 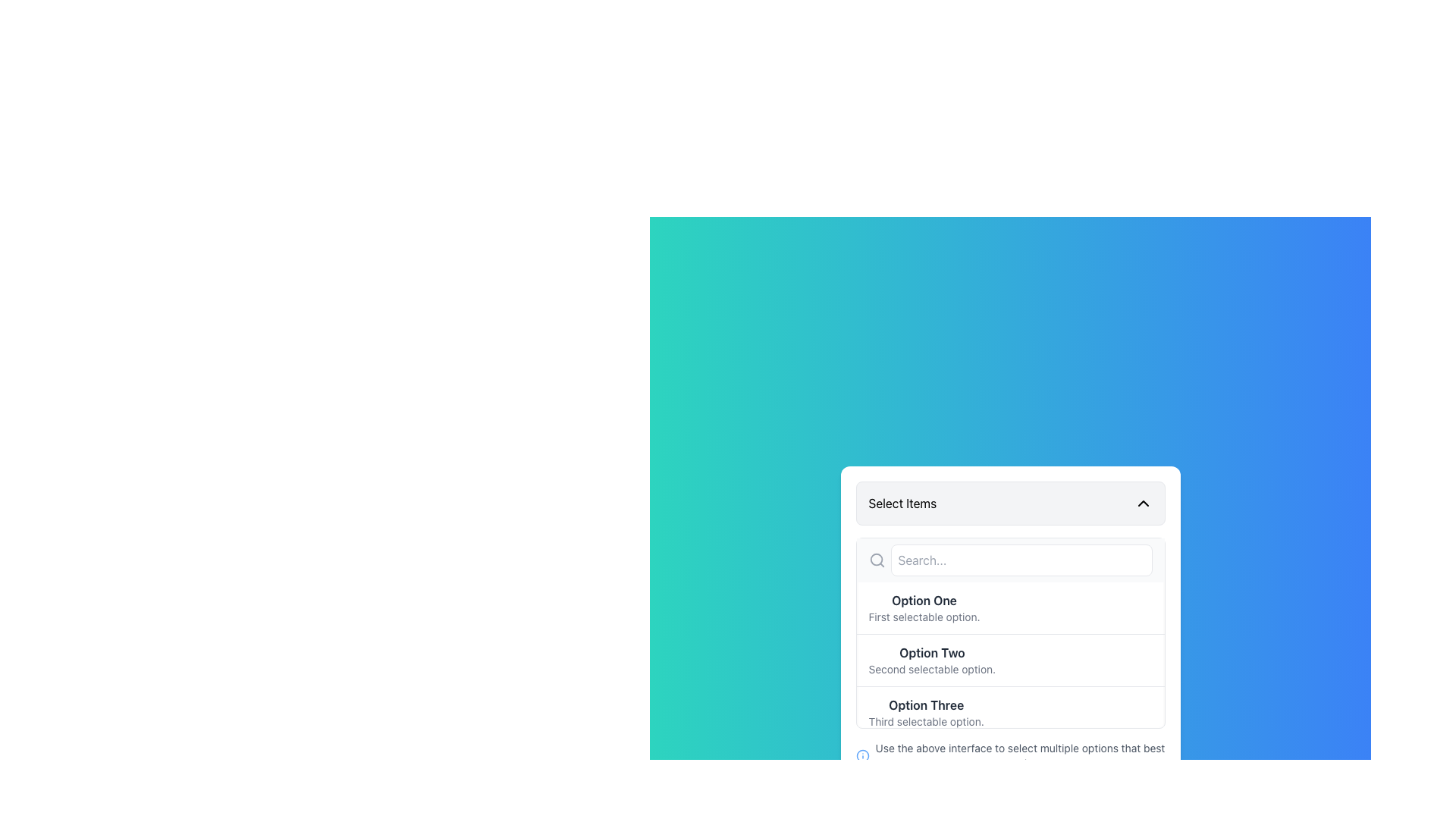 What do you see at coordinates (925, 713) in the screenshot?
I see `the selectable list item labeled 'Option Three' that displays 'Third selectable option.' in a dropdown menu` at bounding box center [925, 713].